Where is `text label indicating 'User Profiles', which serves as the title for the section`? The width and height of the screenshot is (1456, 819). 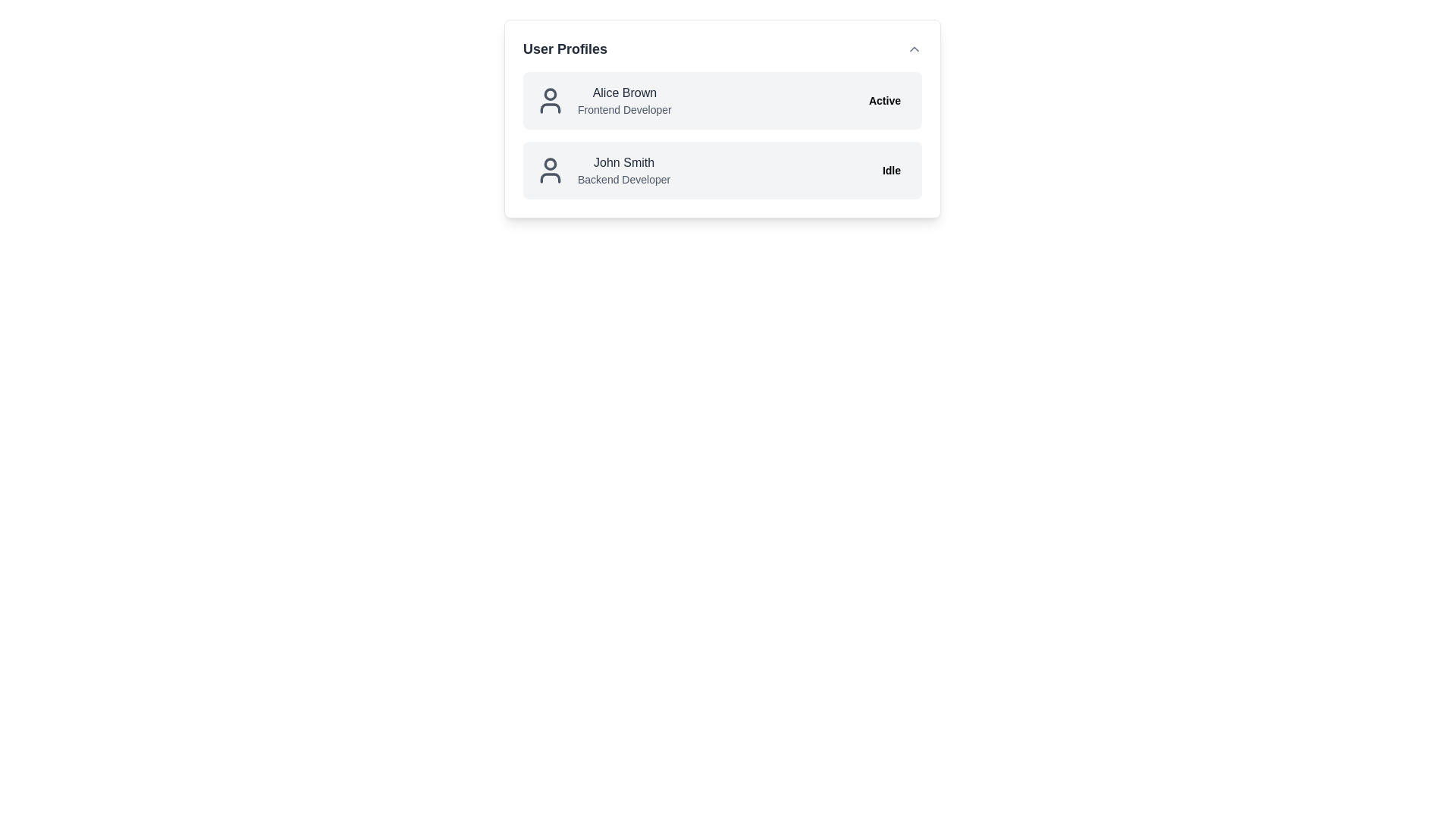 text label indicating 'User Profiles', which serves as the title for the section is located at coordinates (564, 49).